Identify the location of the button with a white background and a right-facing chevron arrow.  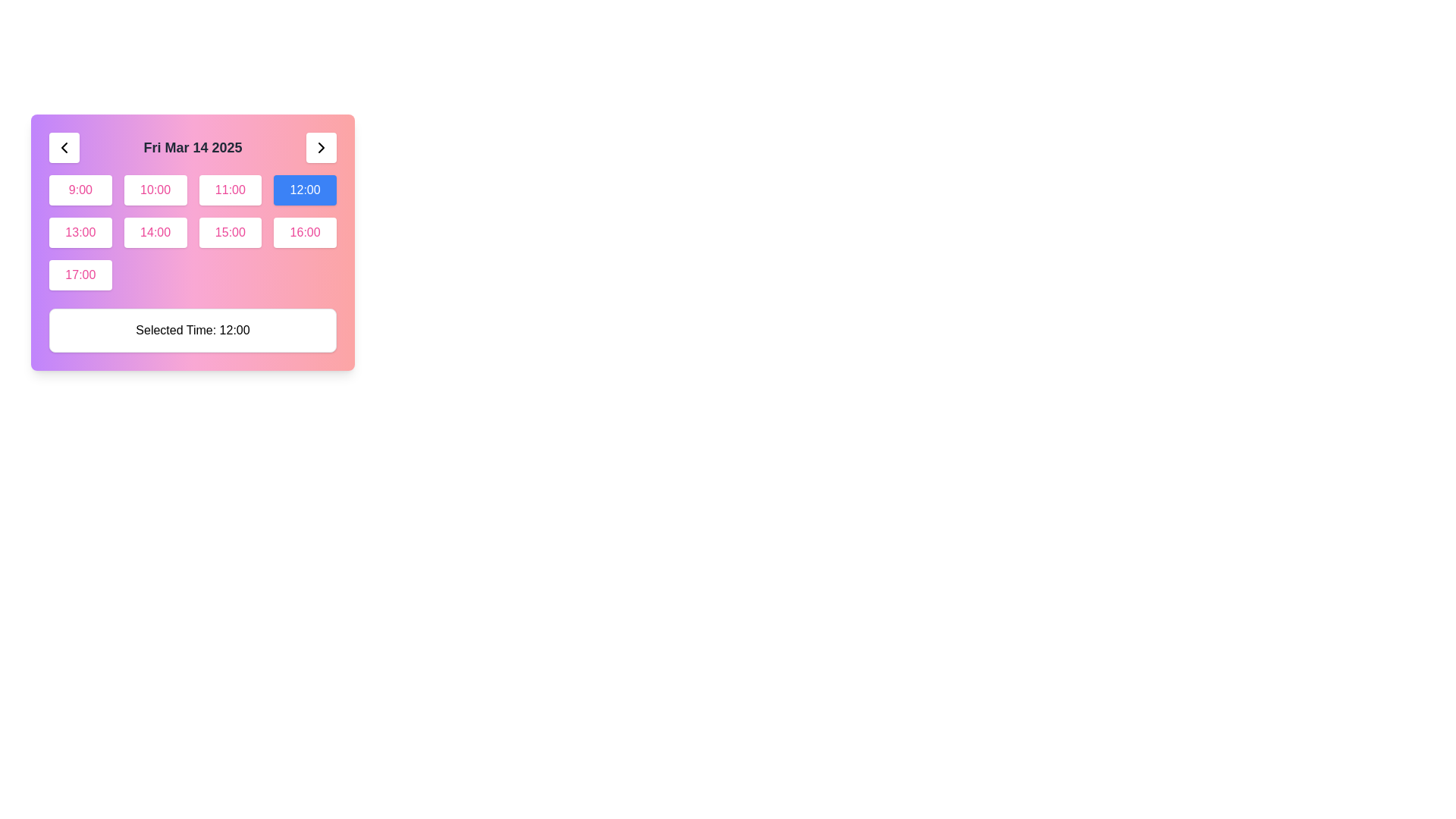
(320, 148).